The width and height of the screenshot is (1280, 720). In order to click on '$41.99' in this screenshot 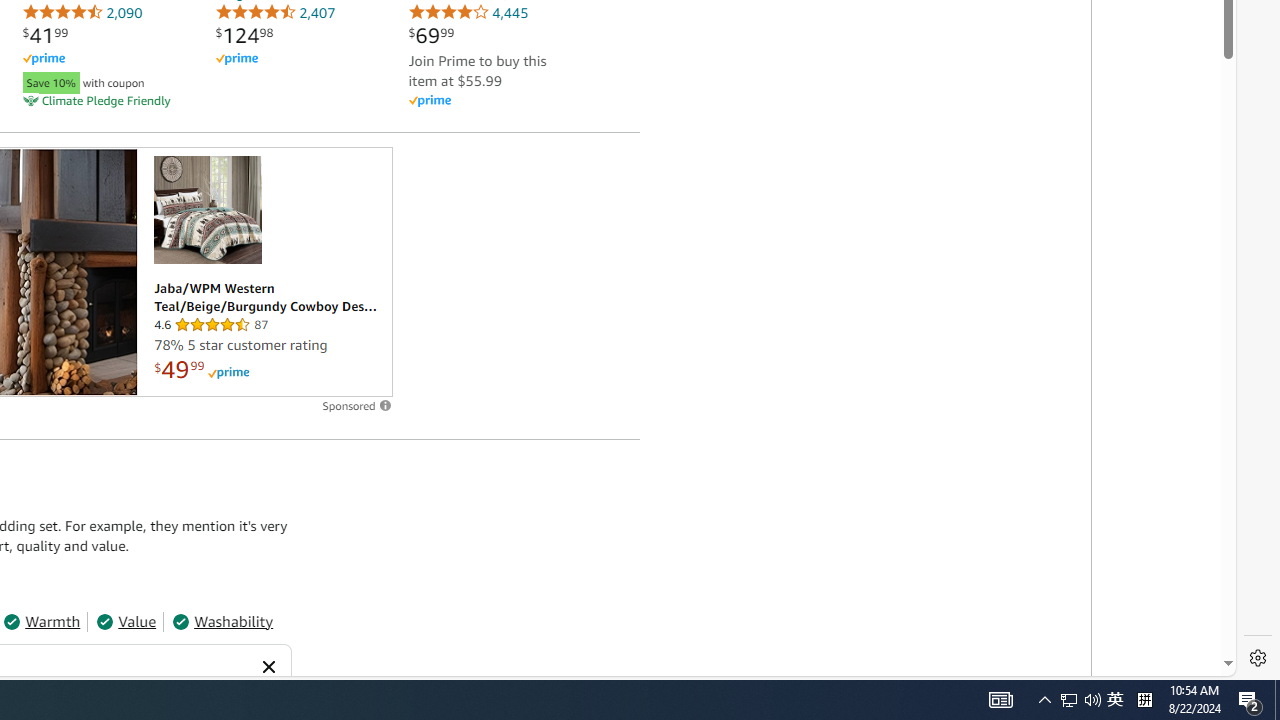, I will do `click(45, 35)`.